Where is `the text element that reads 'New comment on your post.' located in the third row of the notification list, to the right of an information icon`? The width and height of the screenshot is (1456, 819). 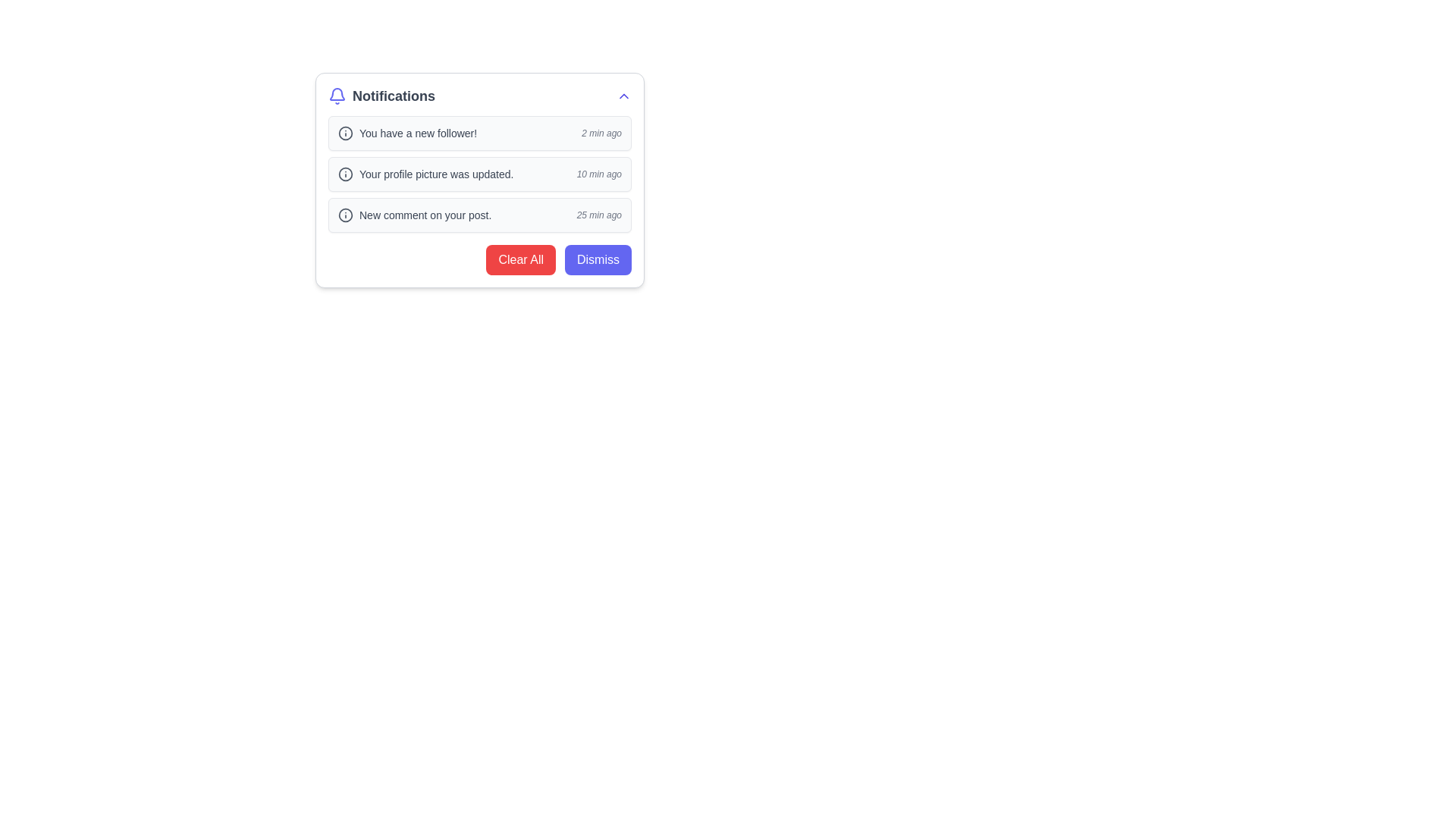
the text element that reads 'New comment on your post.' located in the third row of the notification list, to the right of an information icon is located at coordinates (425, 215).